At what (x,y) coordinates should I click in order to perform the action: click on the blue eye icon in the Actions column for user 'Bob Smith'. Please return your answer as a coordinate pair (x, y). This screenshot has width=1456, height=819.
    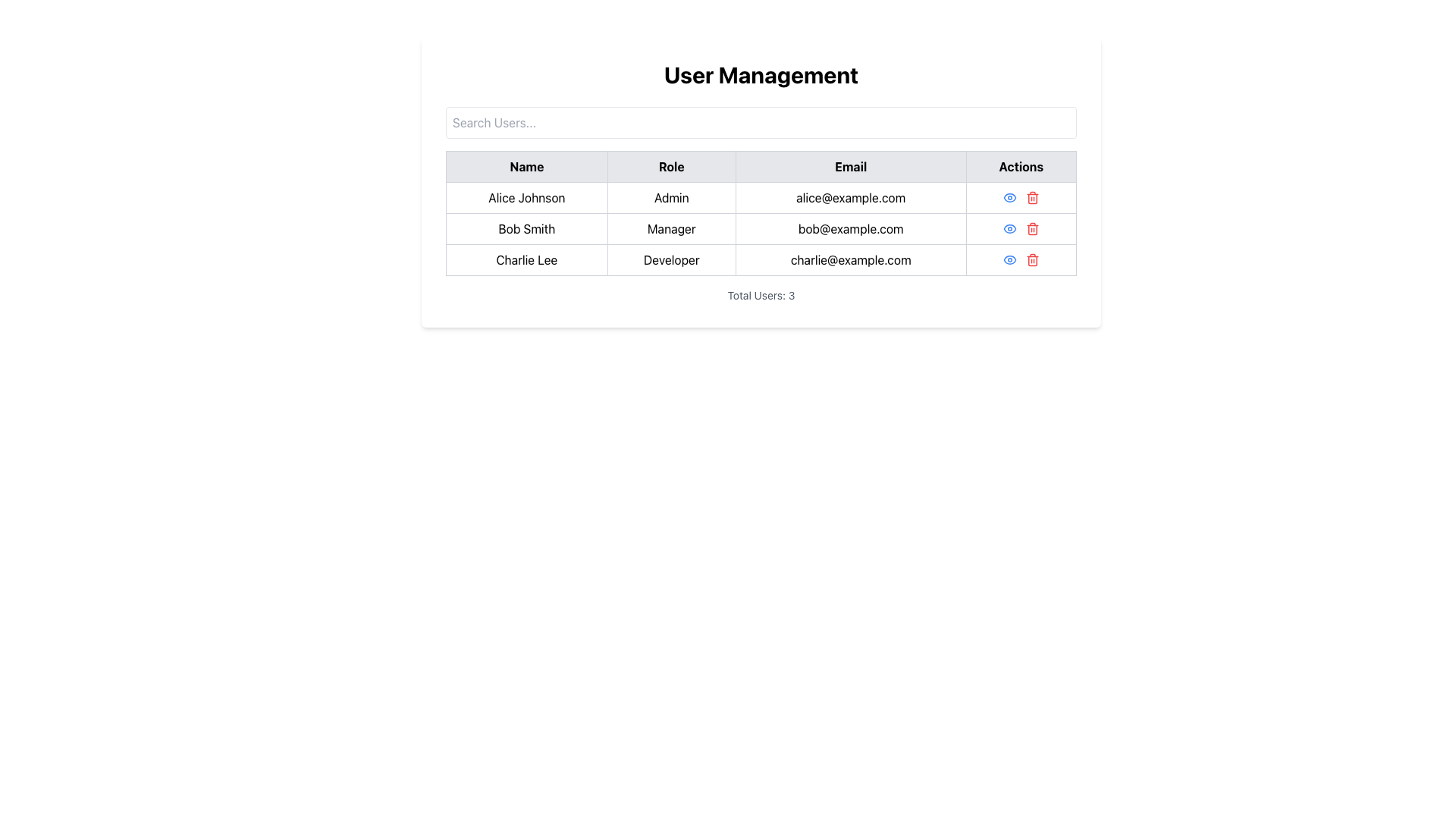
    Looking at the image, I should click on (1009, 228).